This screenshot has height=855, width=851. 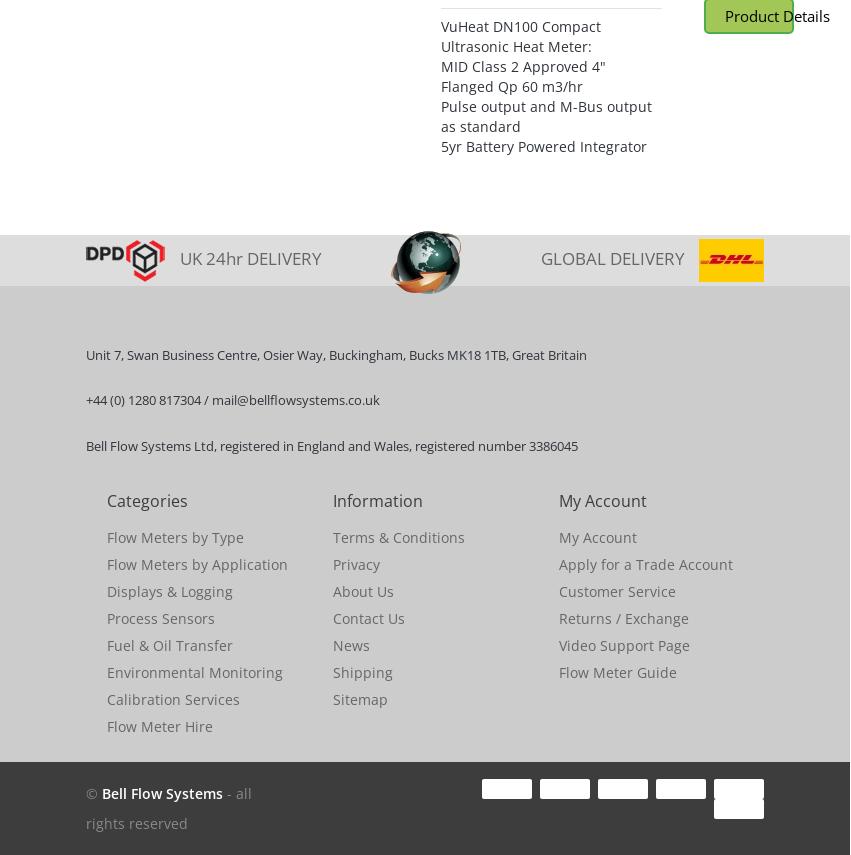 What do you see at coordinates (356, 563) in the screenshot?
I see `'Privacy'` at bounding box center [356, 563].